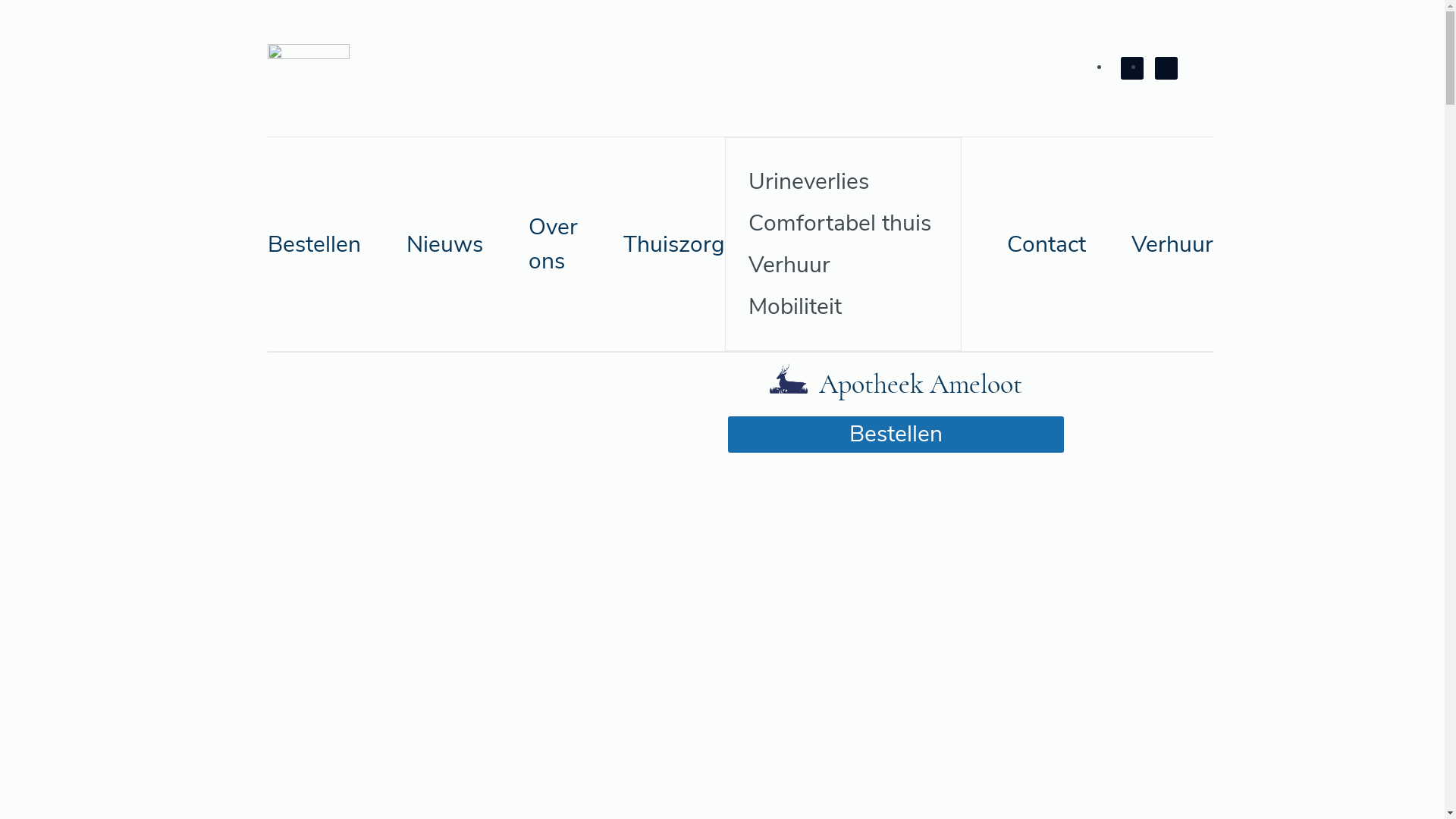  I want to click on 'Contact', so click(1046, 243).